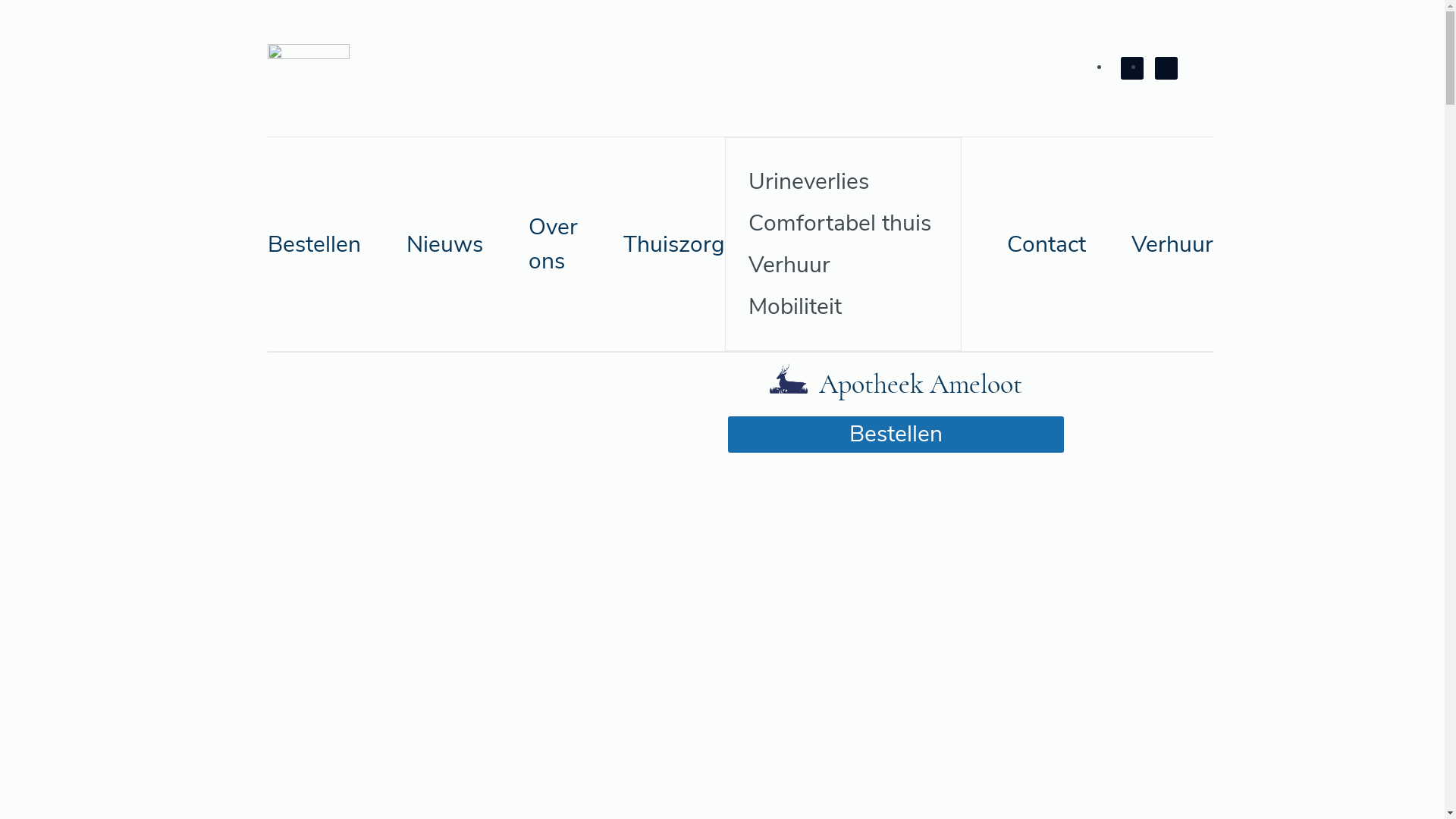  I want to click on 'Contact', so click(1046, 243).